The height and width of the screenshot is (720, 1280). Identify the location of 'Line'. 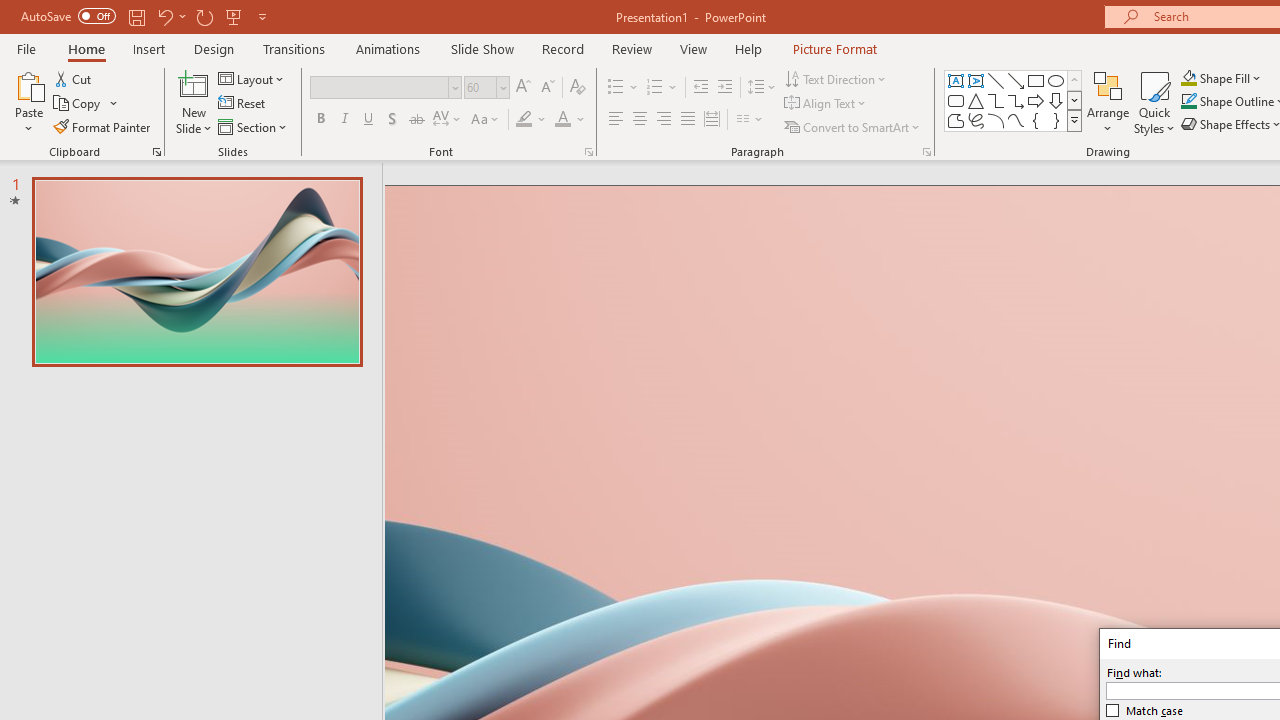
(995, 80).